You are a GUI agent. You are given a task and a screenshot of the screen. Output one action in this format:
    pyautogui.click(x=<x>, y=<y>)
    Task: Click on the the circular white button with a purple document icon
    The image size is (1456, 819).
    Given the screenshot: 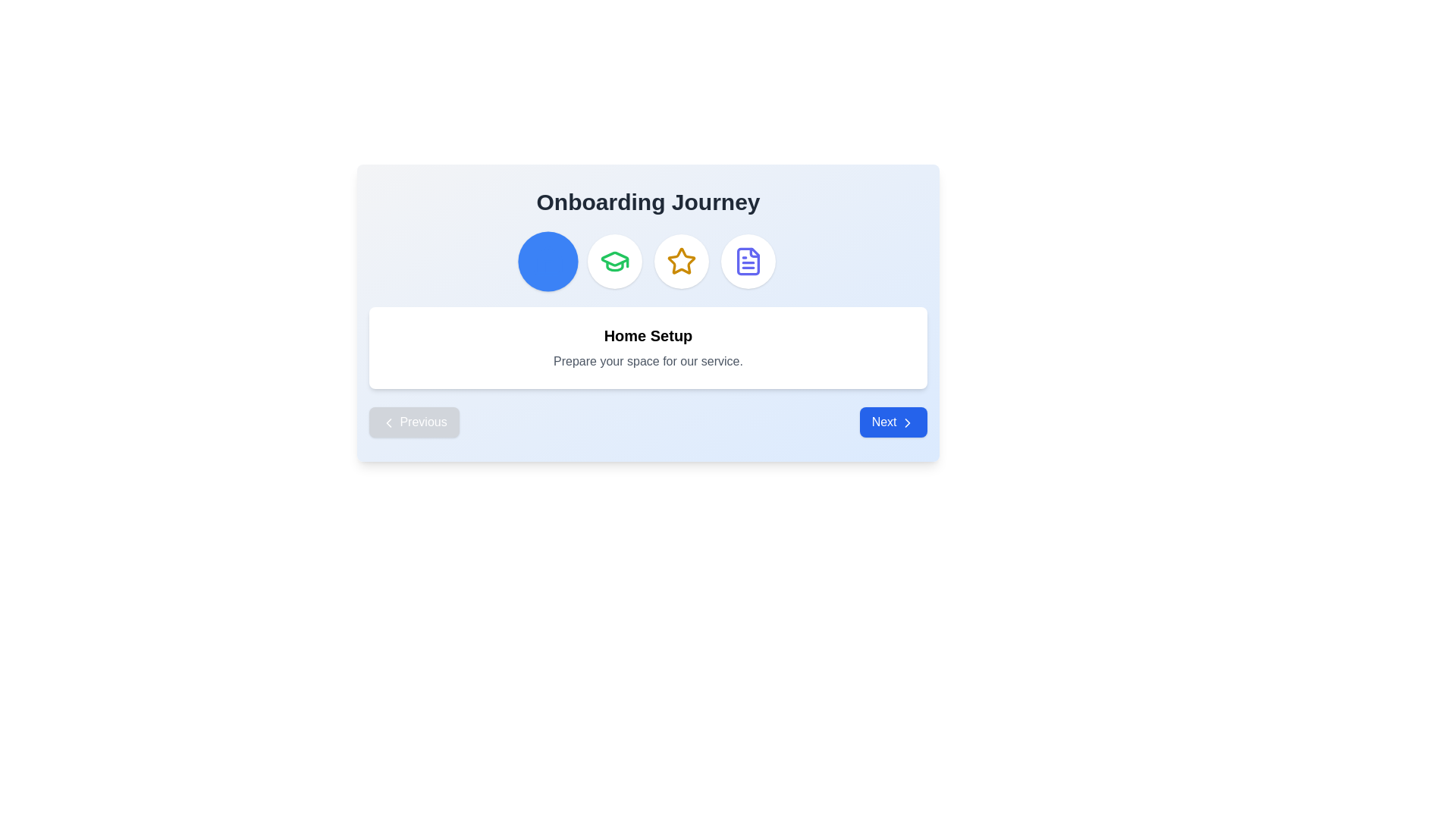 What is the action you would take?
    pyautogui.click(x=748, y=260)
    